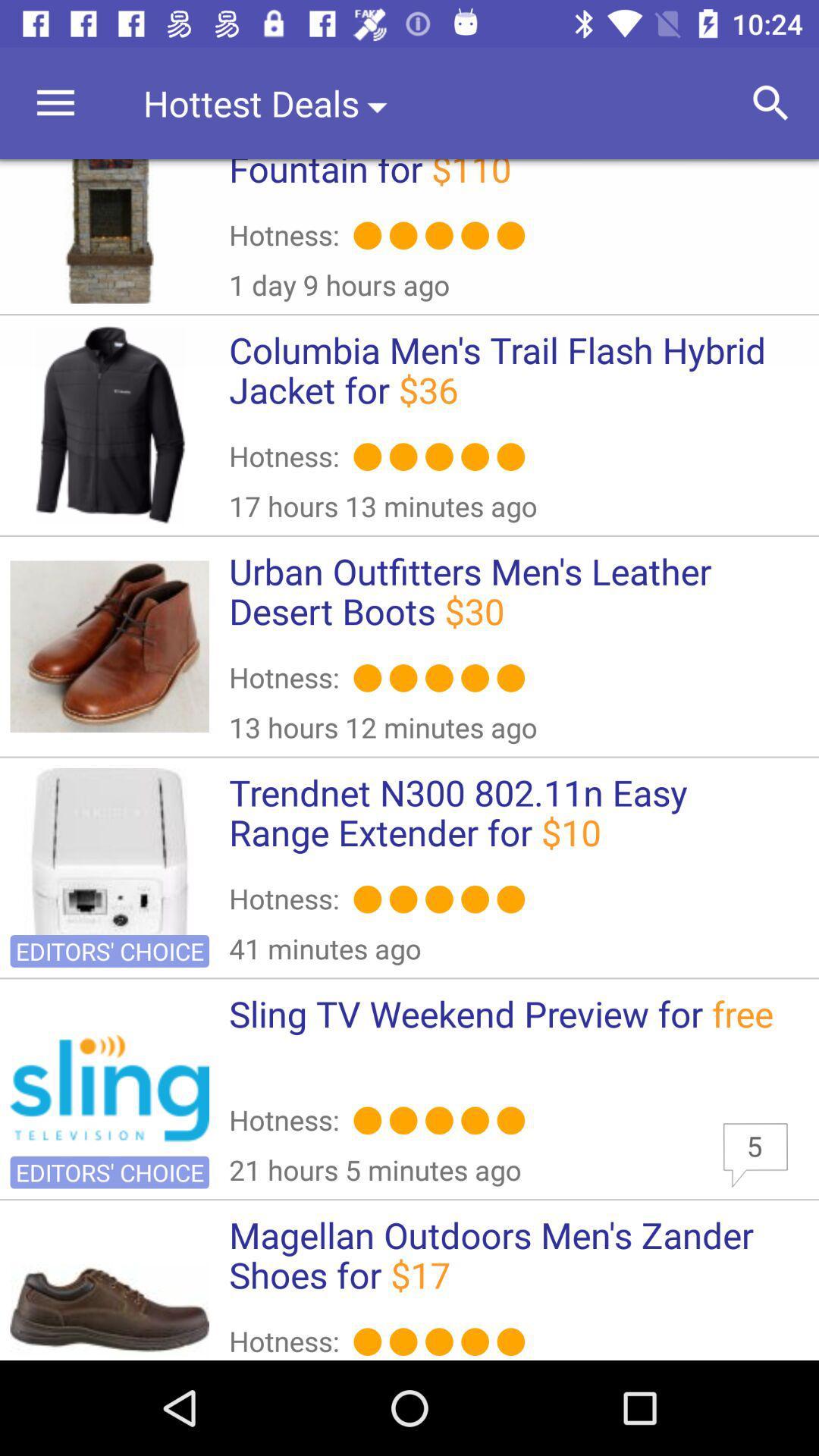 The image size is (819, 1456). What do you see at coordinates (55, 102) in the screenshot?
I see `menu button` at bounding box center [55, 102].